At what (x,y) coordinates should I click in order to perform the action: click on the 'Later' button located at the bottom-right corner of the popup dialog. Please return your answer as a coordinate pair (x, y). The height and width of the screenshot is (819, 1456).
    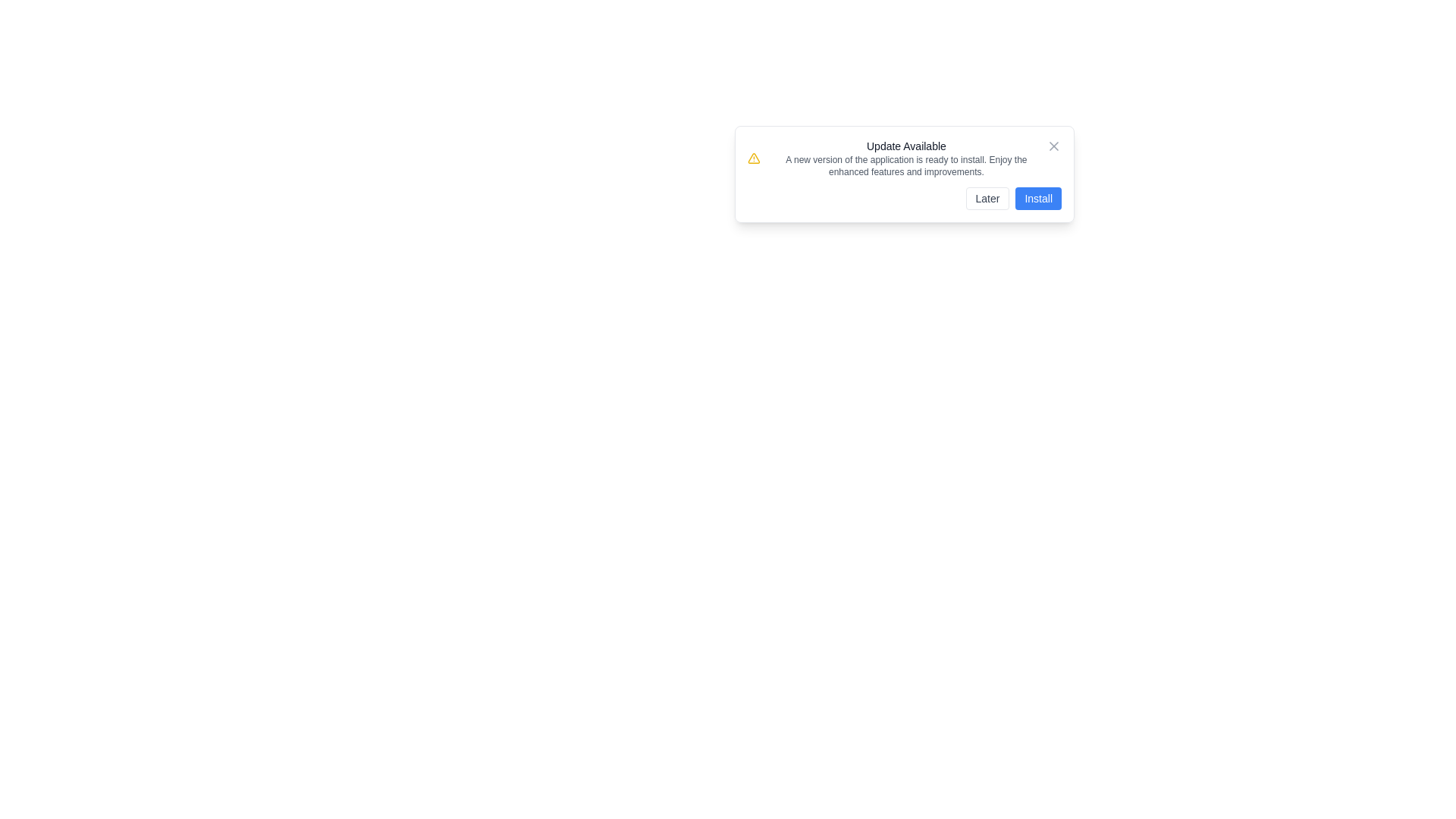
    Looking at the image, I should click on (987, 198).